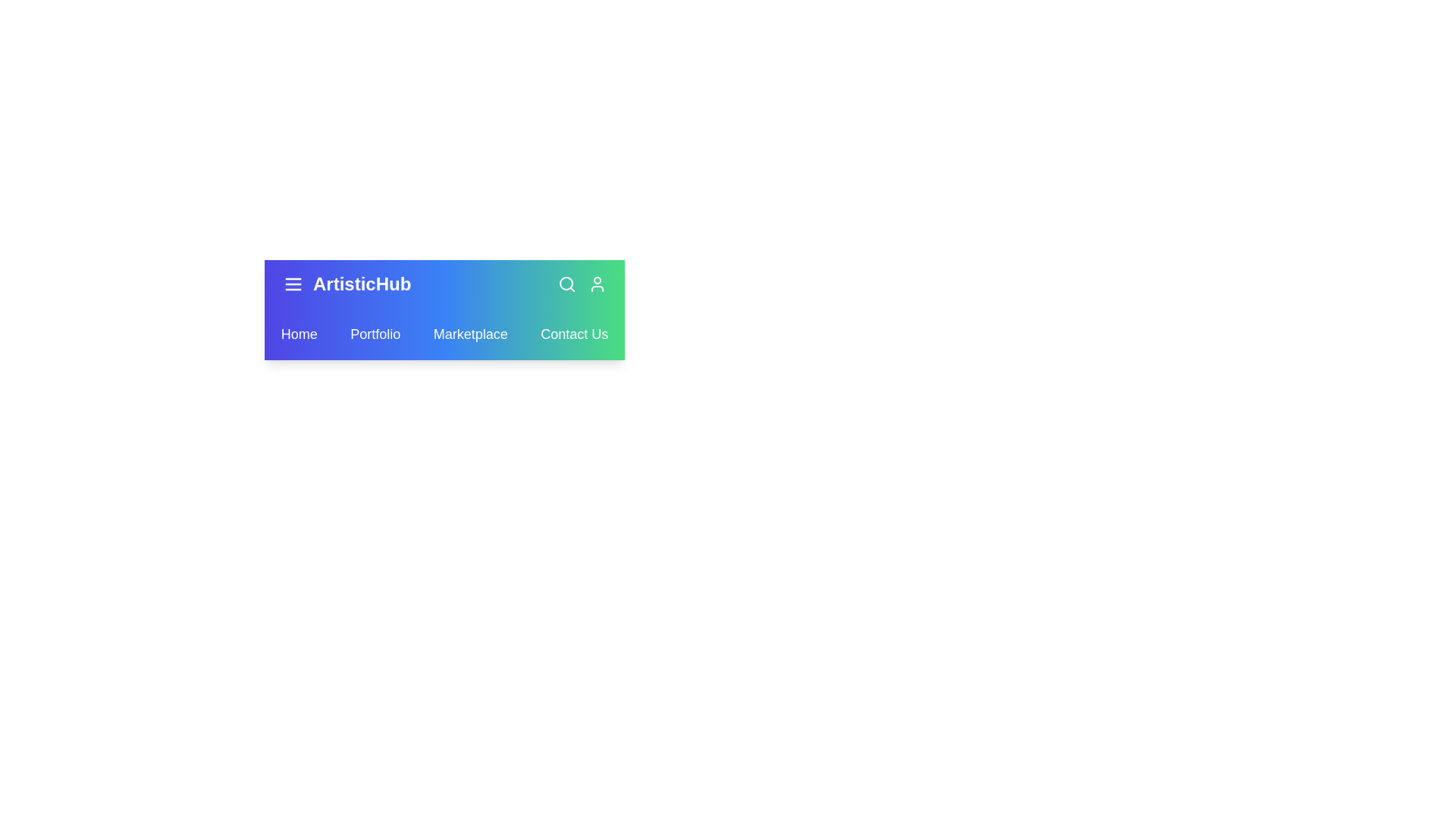 Image resolution: width=1456 pixels, height=819 pixels. Describe the element at coordinates (566, 284) in the screenshot. I see `the search icon in the navbar to initiate a search` at that location.